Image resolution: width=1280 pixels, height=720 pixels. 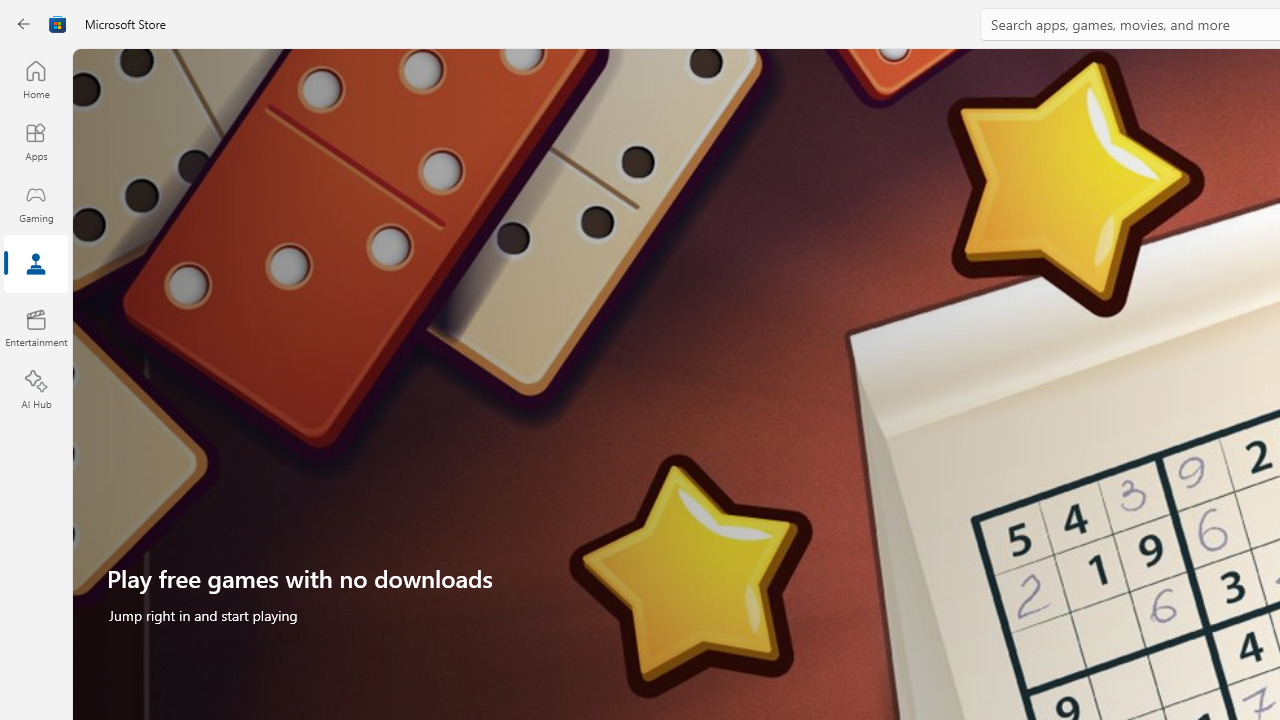 What do you see at coordinates (35, 78) in the screenshot?
I see `'Home'` at bounding box center [35, 78].